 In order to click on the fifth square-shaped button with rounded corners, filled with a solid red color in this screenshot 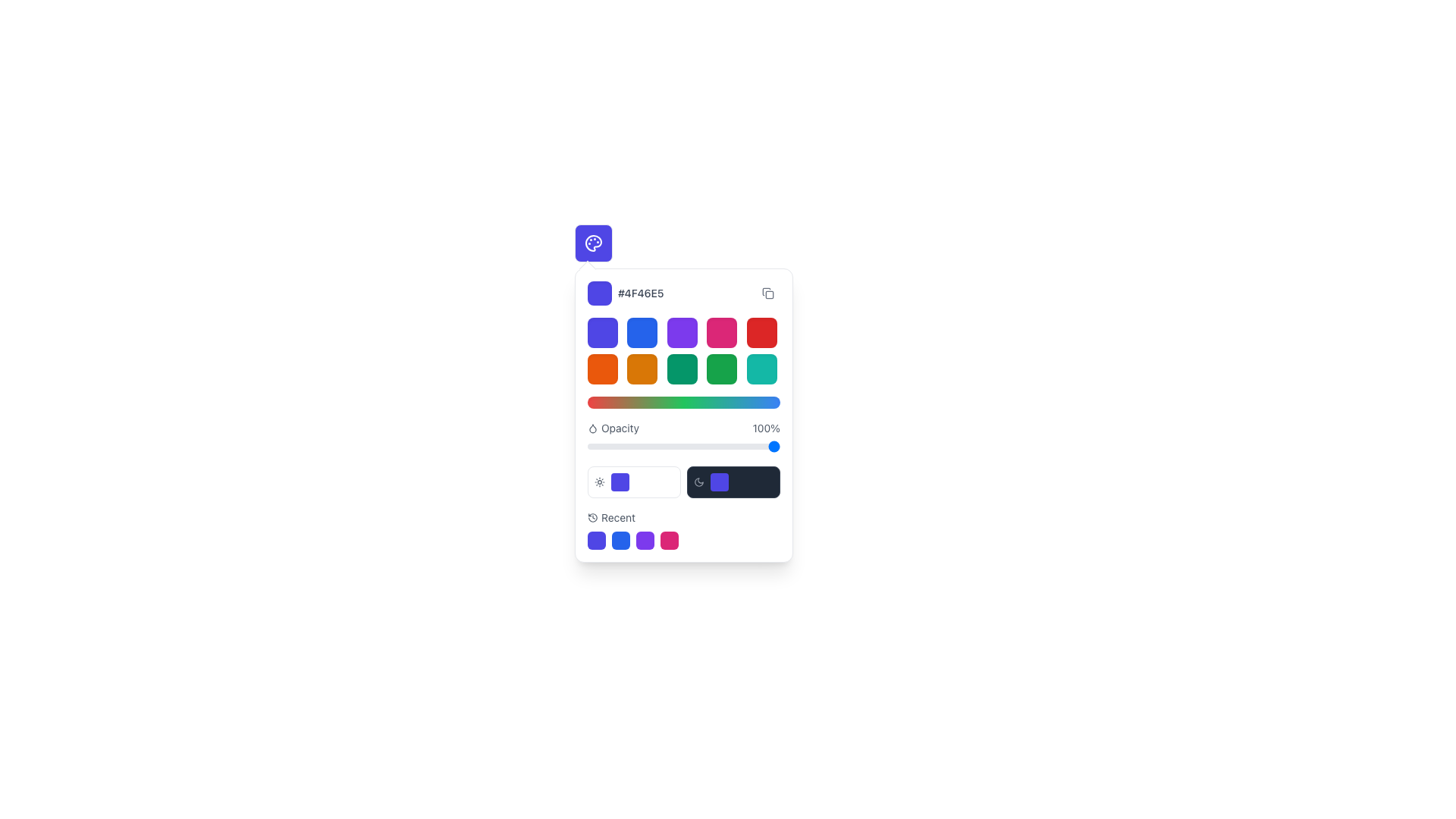, I will do `click(761, 332)`.